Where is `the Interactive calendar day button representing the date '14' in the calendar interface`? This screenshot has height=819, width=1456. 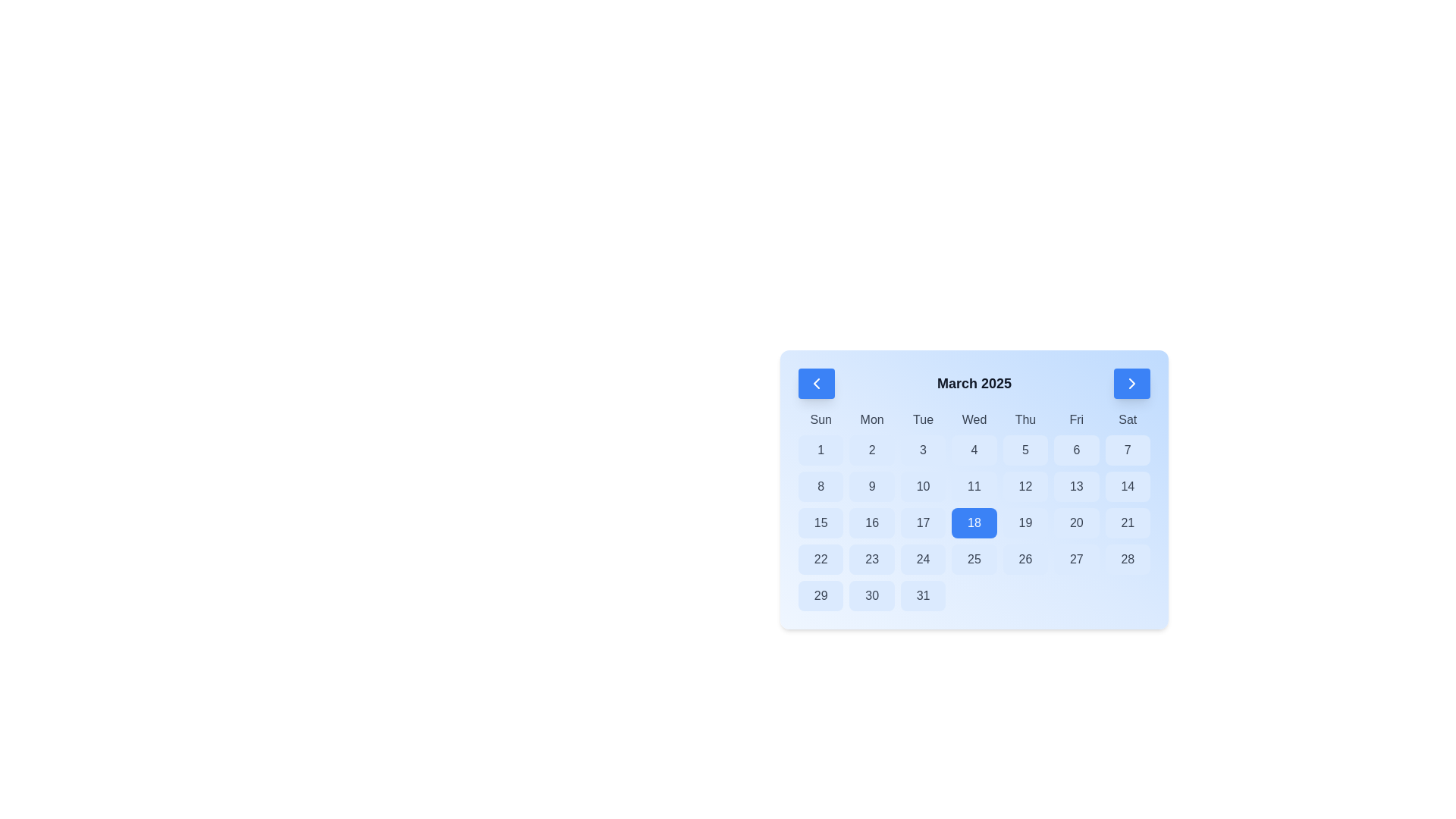
the Interactive calendar day button representing the date '14' in the calendar interface is located at coordinates (1128, 486).